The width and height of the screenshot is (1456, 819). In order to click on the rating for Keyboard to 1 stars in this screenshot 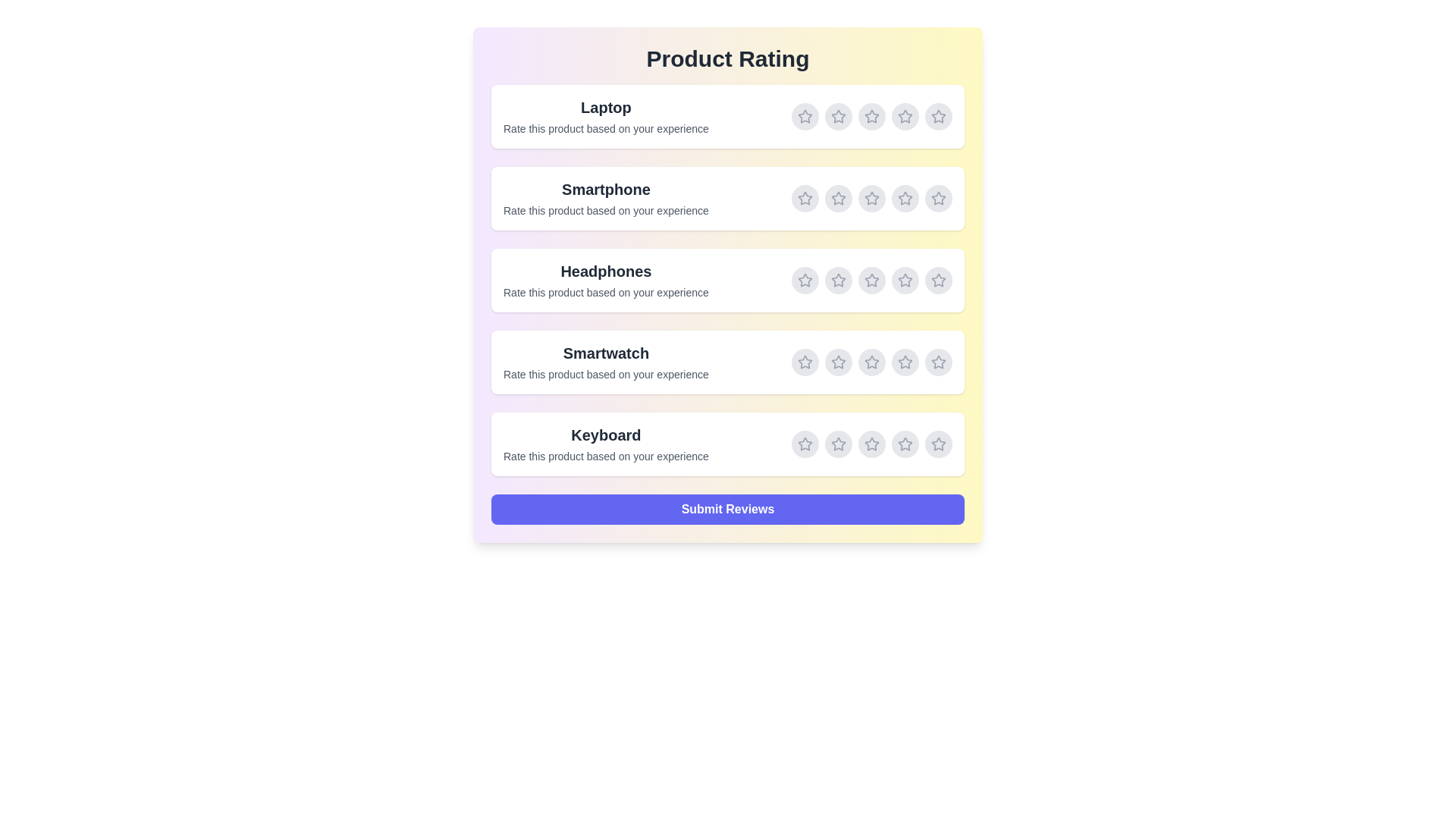, I will do `click(804, 444)`.